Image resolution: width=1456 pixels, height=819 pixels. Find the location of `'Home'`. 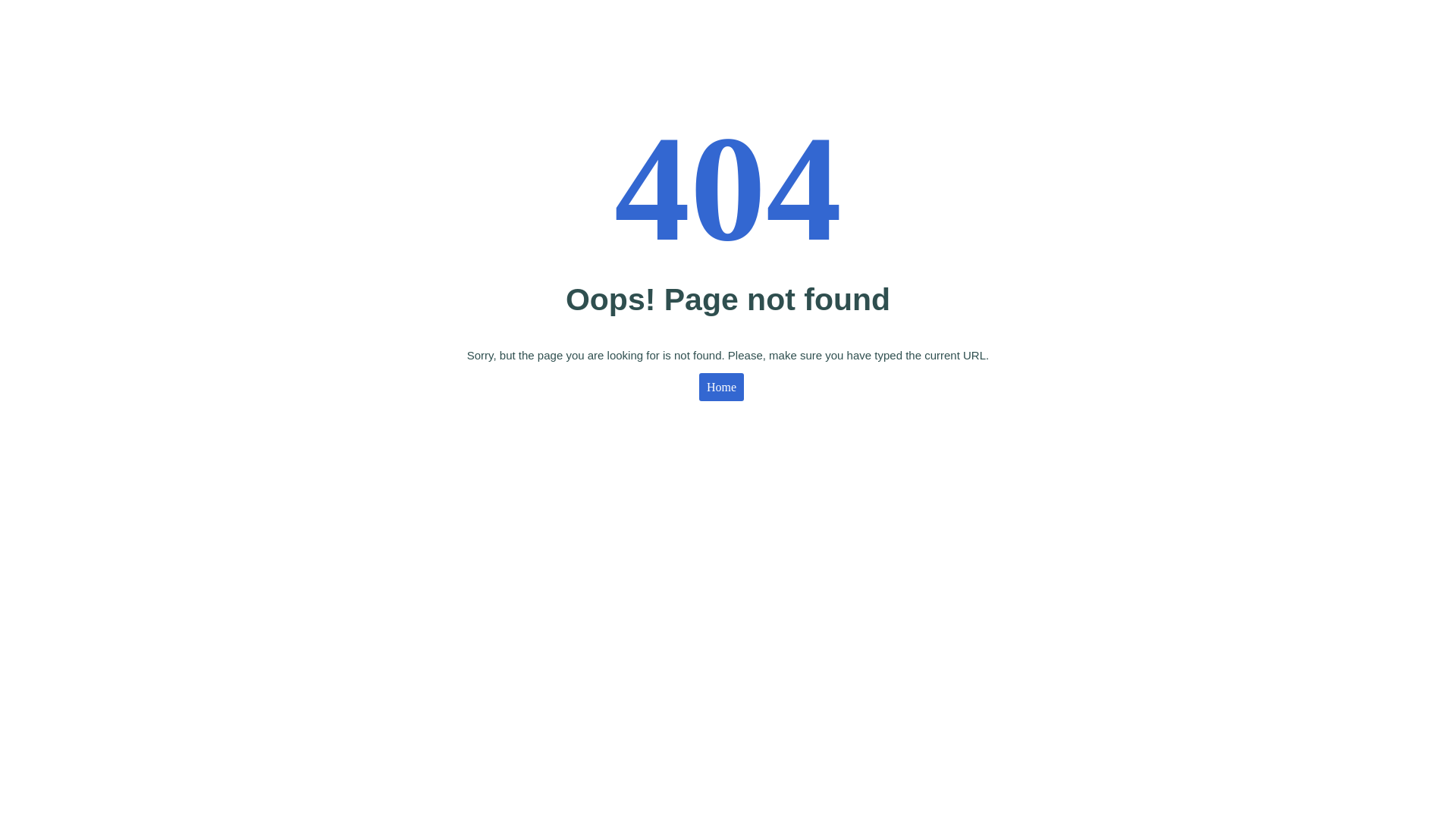

'Home' is located at coordinates (720, 386).